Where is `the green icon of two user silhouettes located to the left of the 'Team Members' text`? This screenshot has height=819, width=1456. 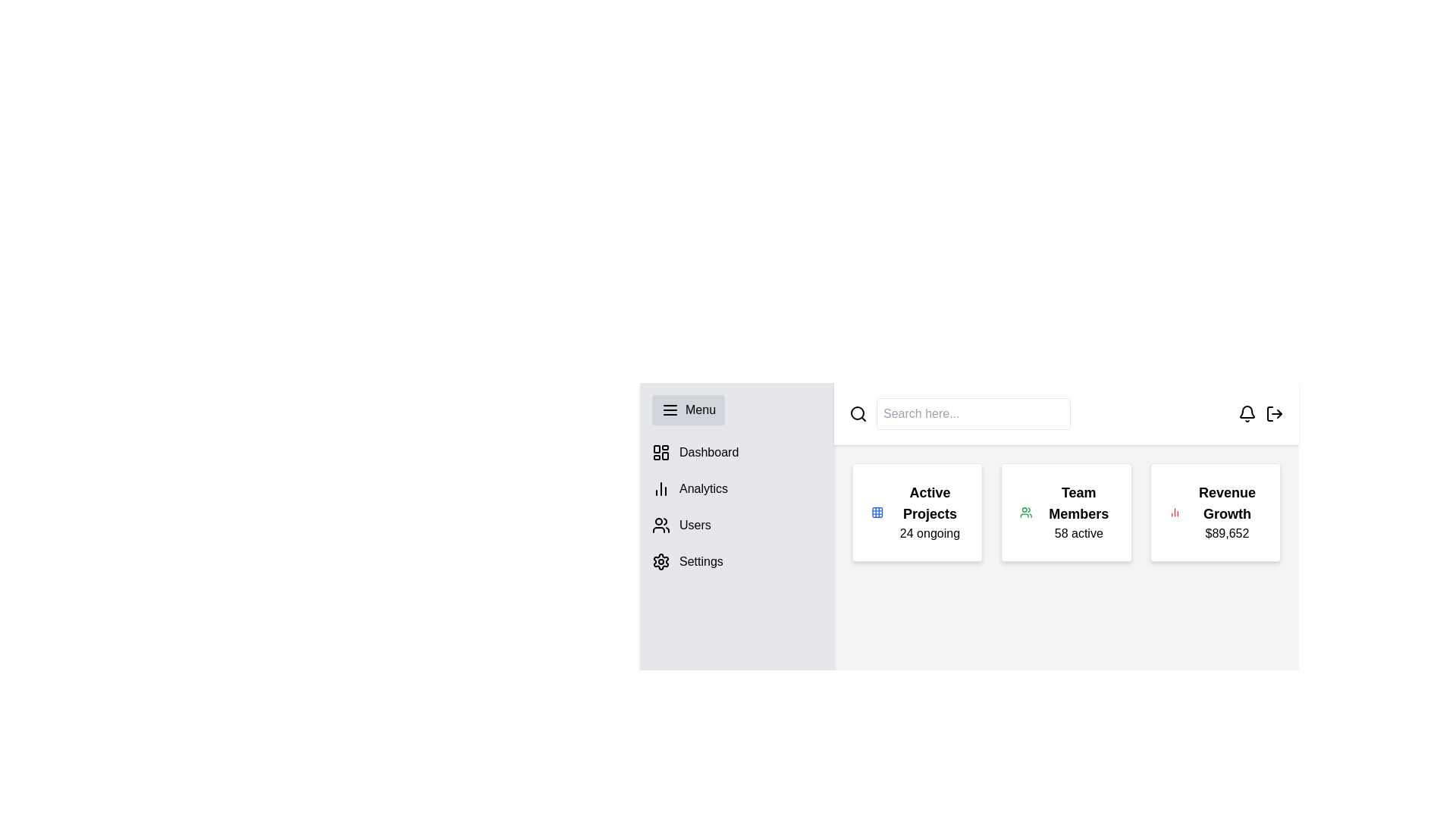 the green icon of two user silhouettes located to the left of the 'Team Members' text is located at coordinates (1026, 512).